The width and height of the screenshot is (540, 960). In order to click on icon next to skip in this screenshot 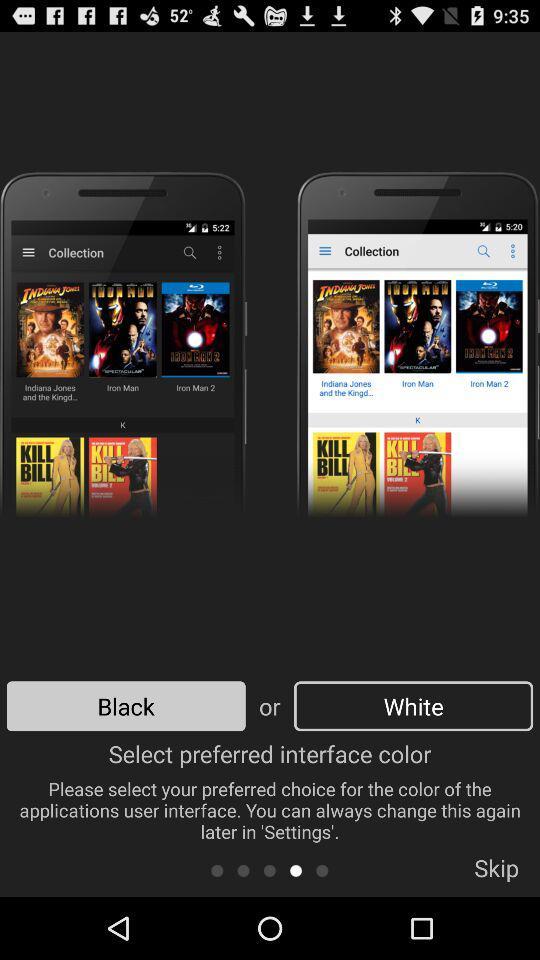, I will do `click(322, 869)`.